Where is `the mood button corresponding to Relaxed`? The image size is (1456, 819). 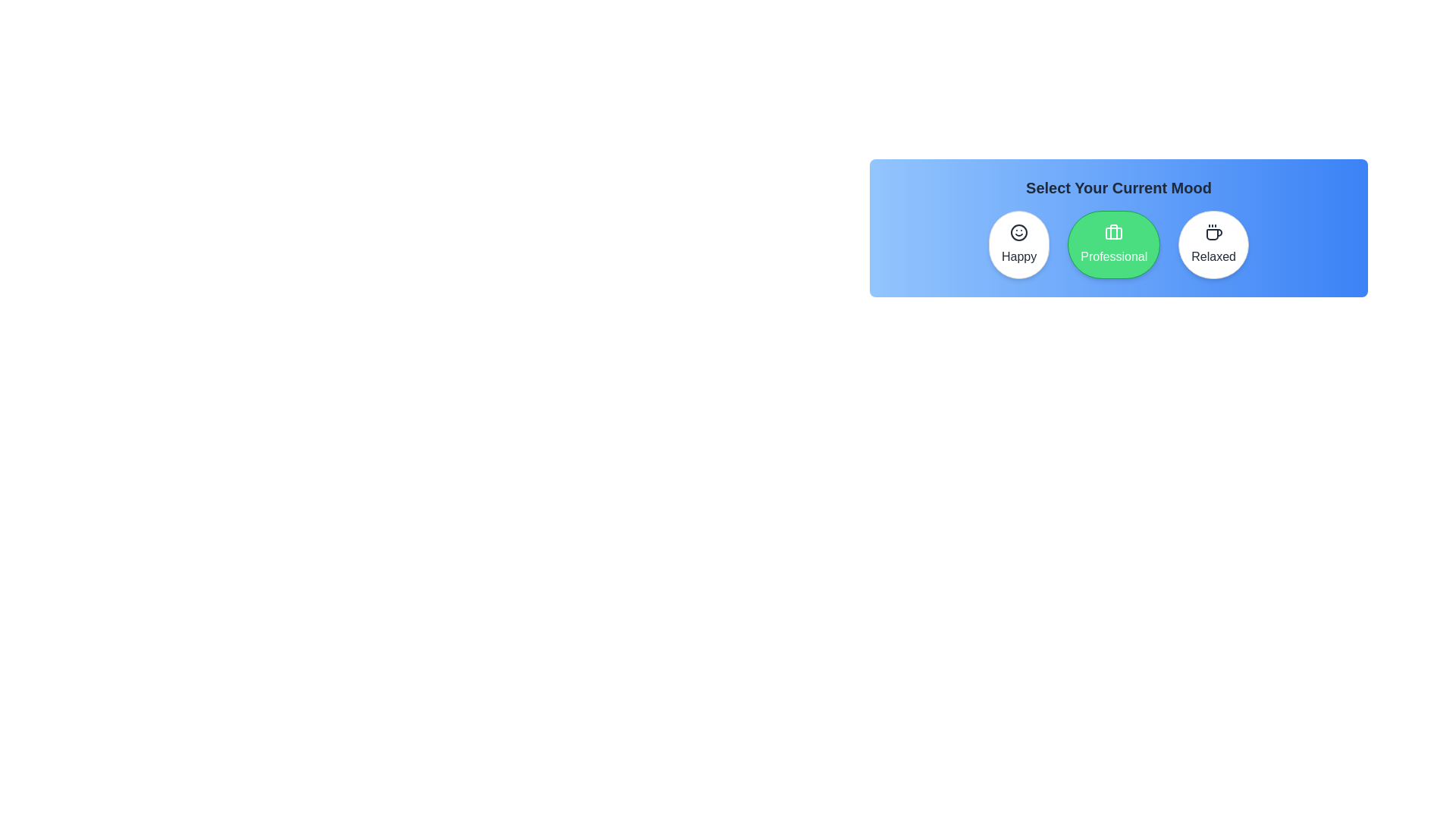
the mood button corresponding to Relaxed is located at coordinates (1214, 244).